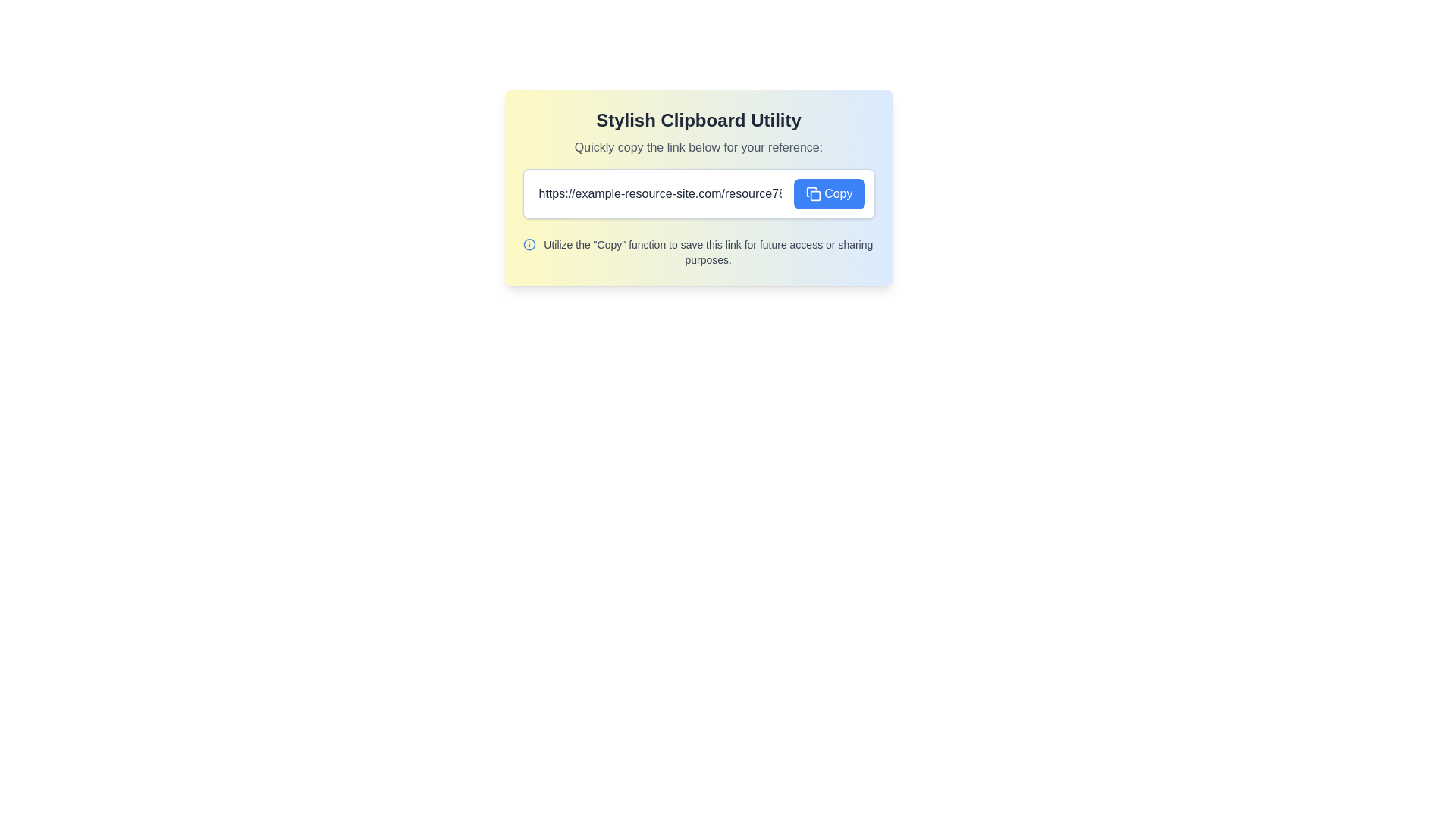 This screenshot has width=1456, height=819. I want to click on text header titled 'Stylish Clipboard Utility', which is a large, bold, dark gray text positioned at the top of the content card, so click(698, 119).